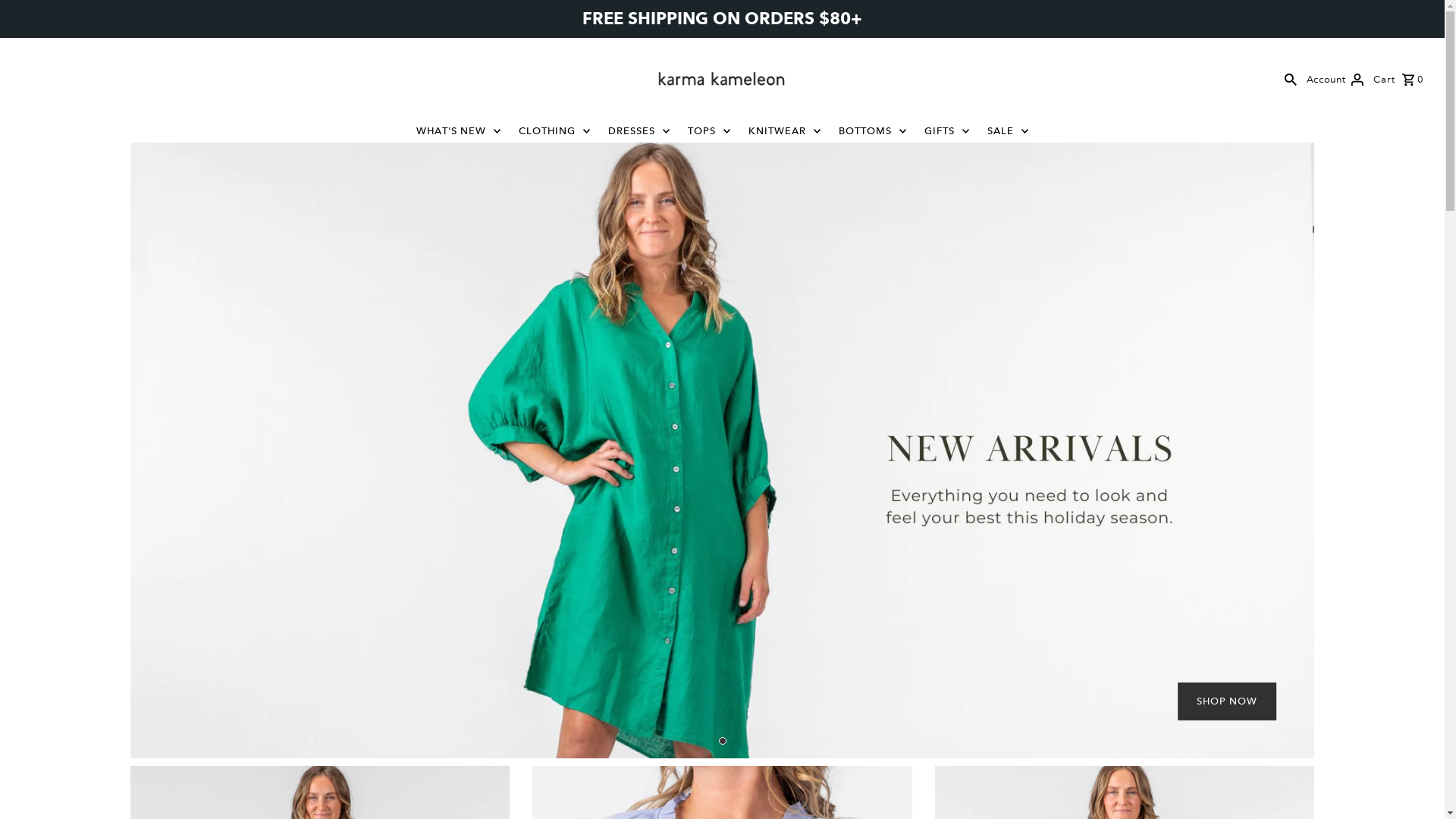 This screenshot has height=819, width=1456. Describe the element at coordinates (457, 130) in the screenshot. I see `'WHAT'S NEW'` at that location.